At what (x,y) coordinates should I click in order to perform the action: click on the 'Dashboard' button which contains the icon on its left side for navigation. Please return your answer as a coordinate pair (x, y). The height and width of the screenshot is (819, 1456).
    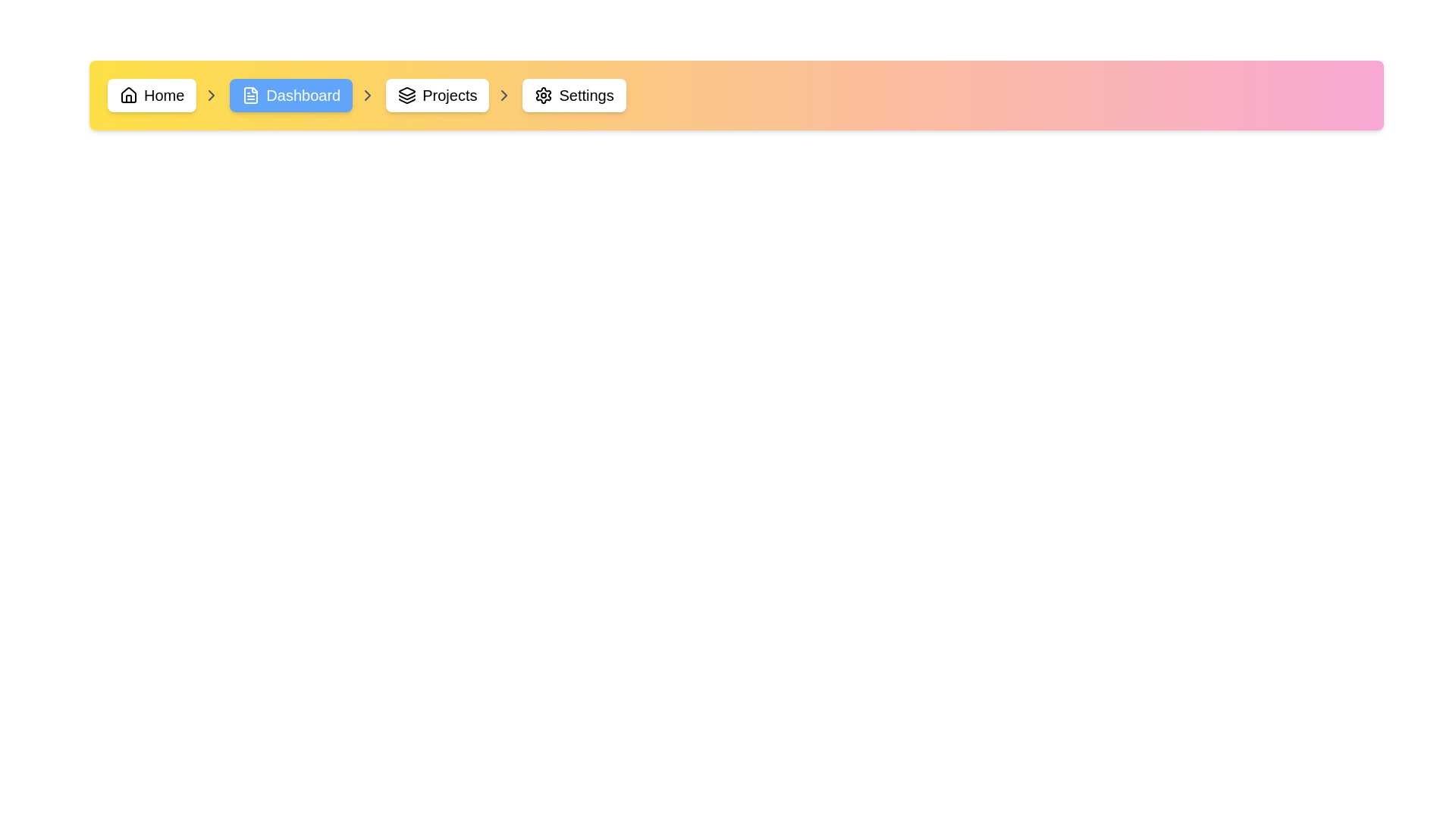
    Looking at the image, I should click on (251, 96).